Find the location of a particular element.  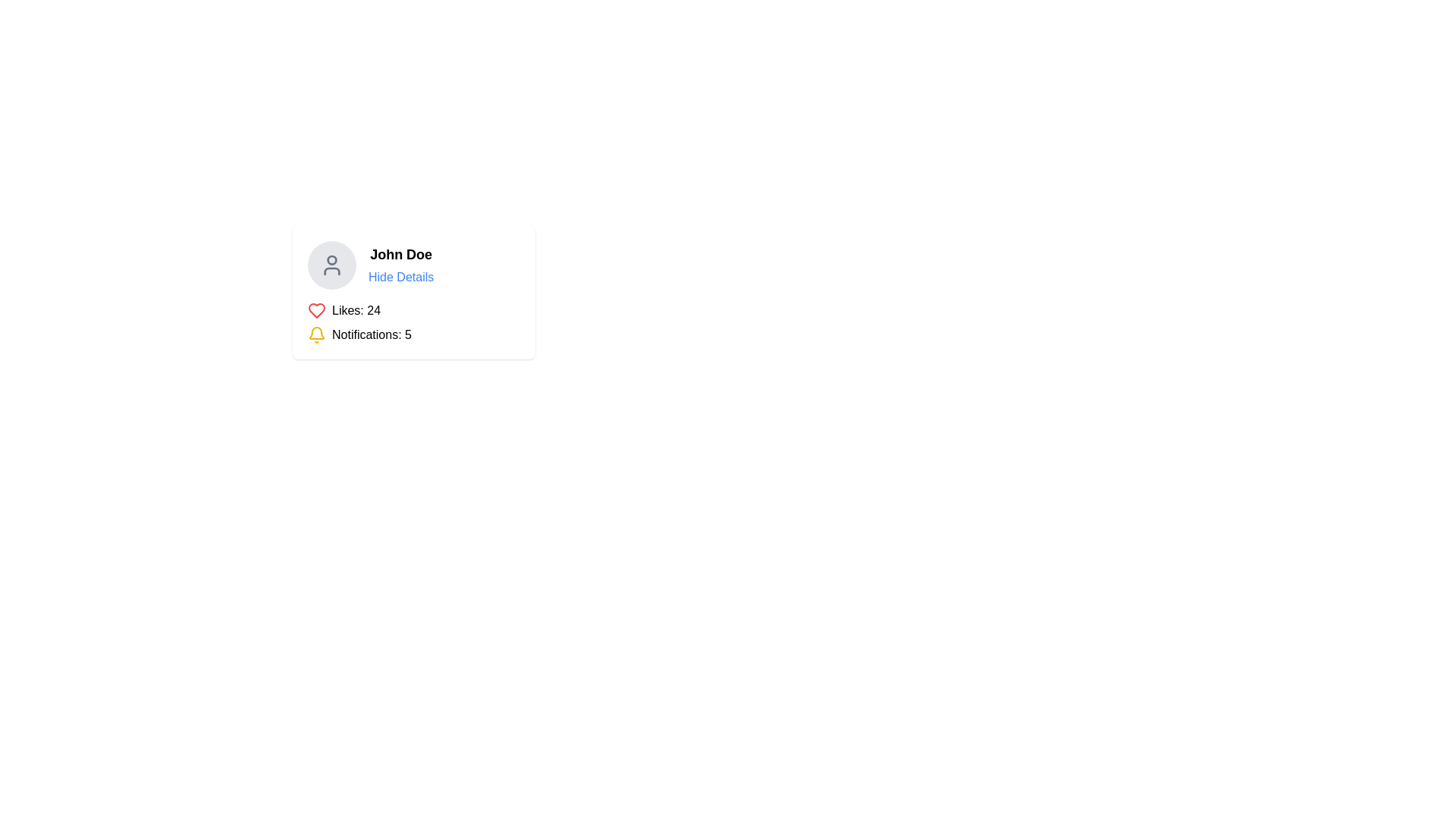

the notification count text element that is positioned beneath the profile details and follows the yellow bell icon is located at coordinates (372, 334).